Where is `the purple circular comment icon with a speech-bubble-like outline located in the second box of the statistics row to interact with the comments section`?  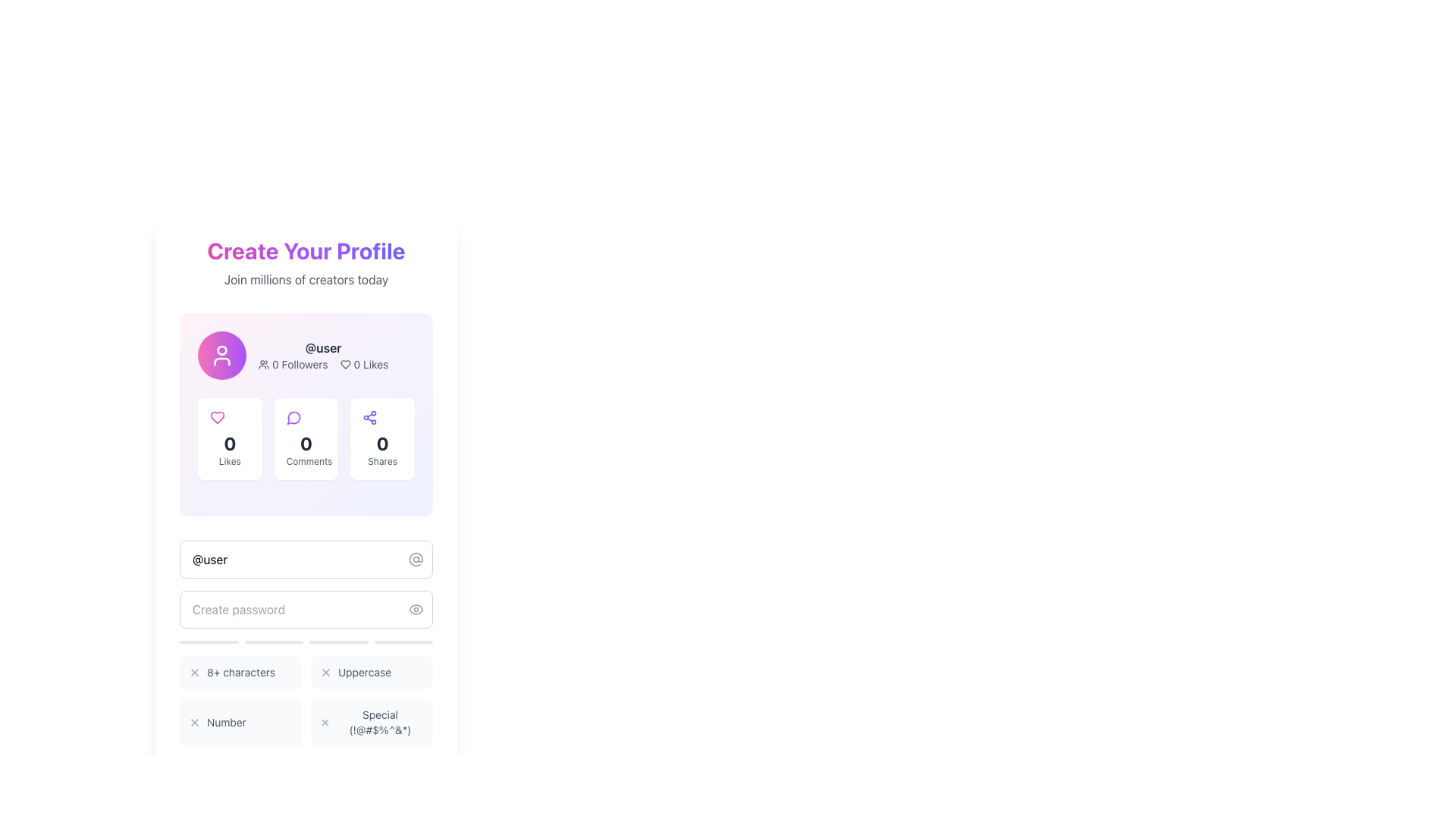
the purple circular comment icon with a speech-bubble-like outline located in the second box of the statistics row to interact with the comments section is located at coordinates (293, 418).